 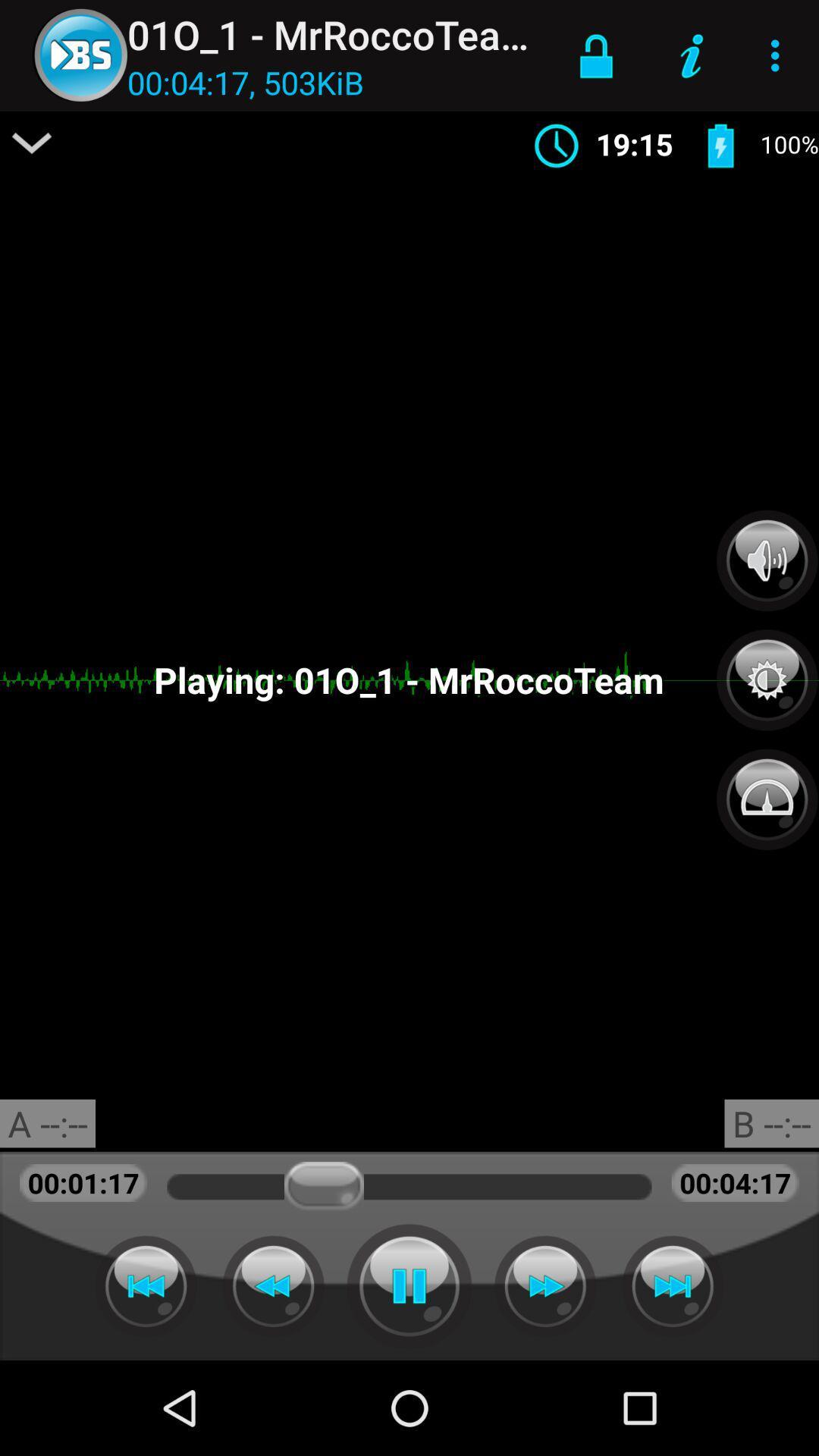 I want to click on skip to next file, so click(x=672, y=1285).